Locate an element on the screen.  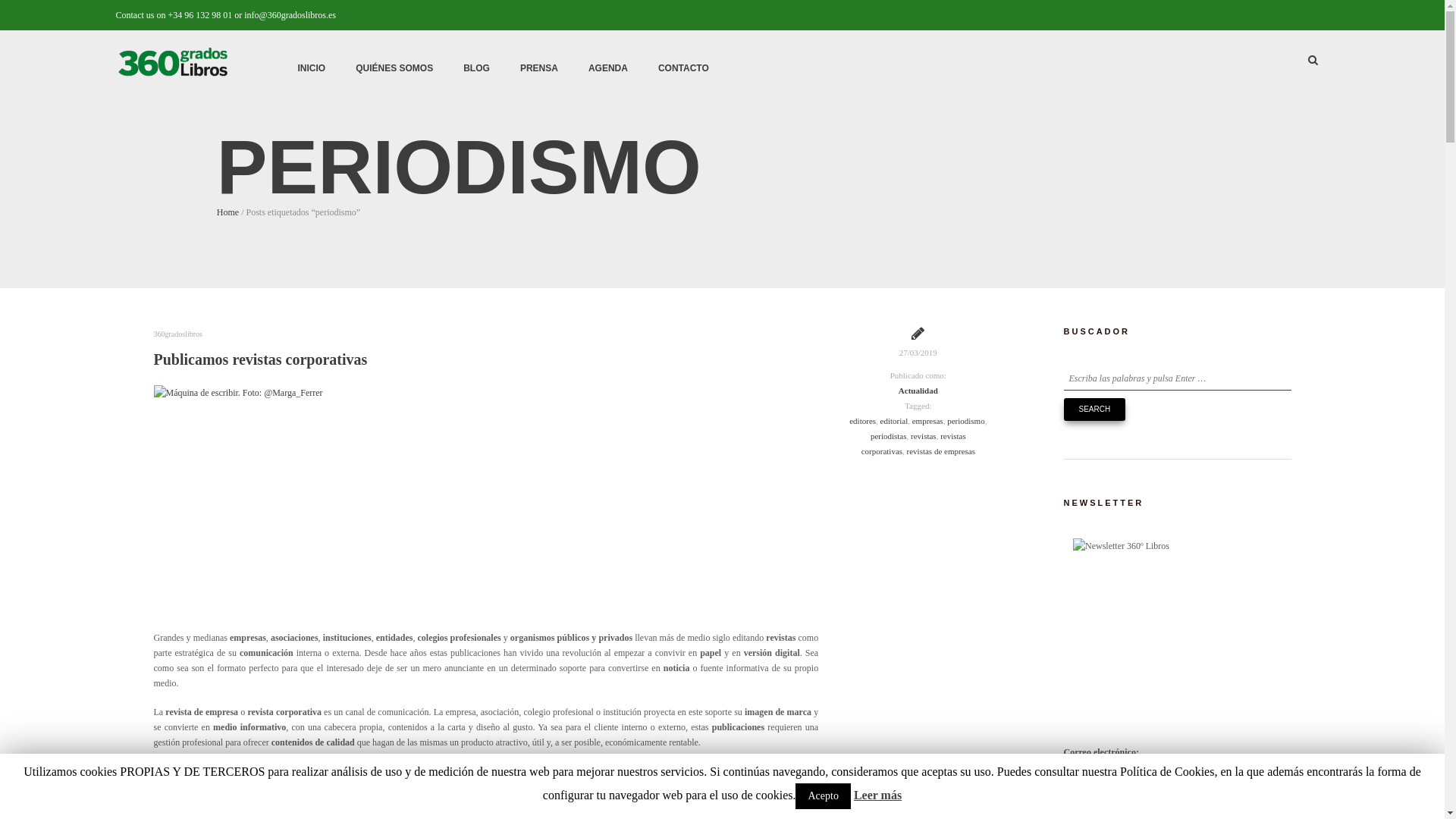
'Home' is located at coordinates (227, 212).